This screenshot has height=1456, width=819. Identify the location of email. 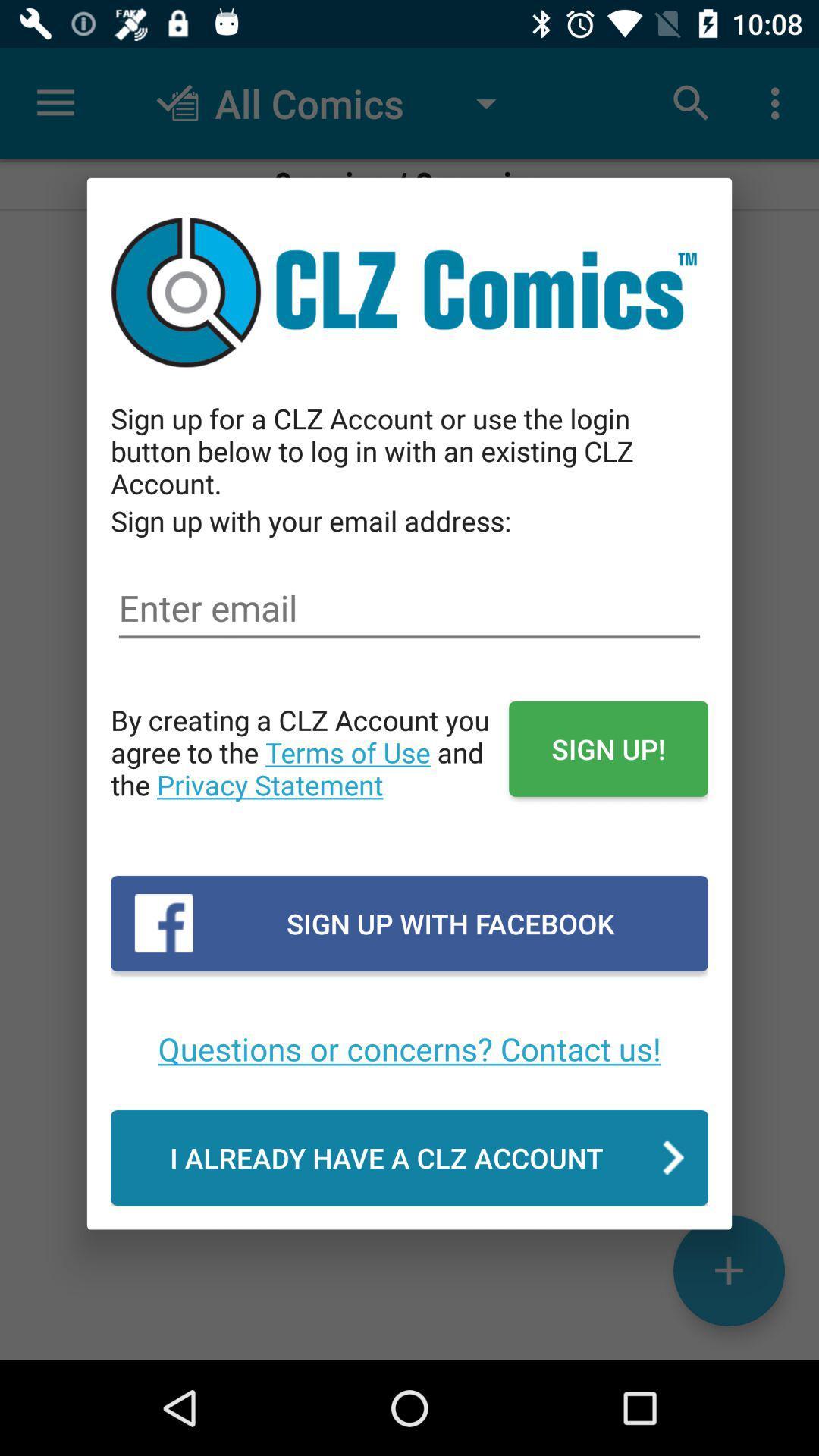
(409, 608).